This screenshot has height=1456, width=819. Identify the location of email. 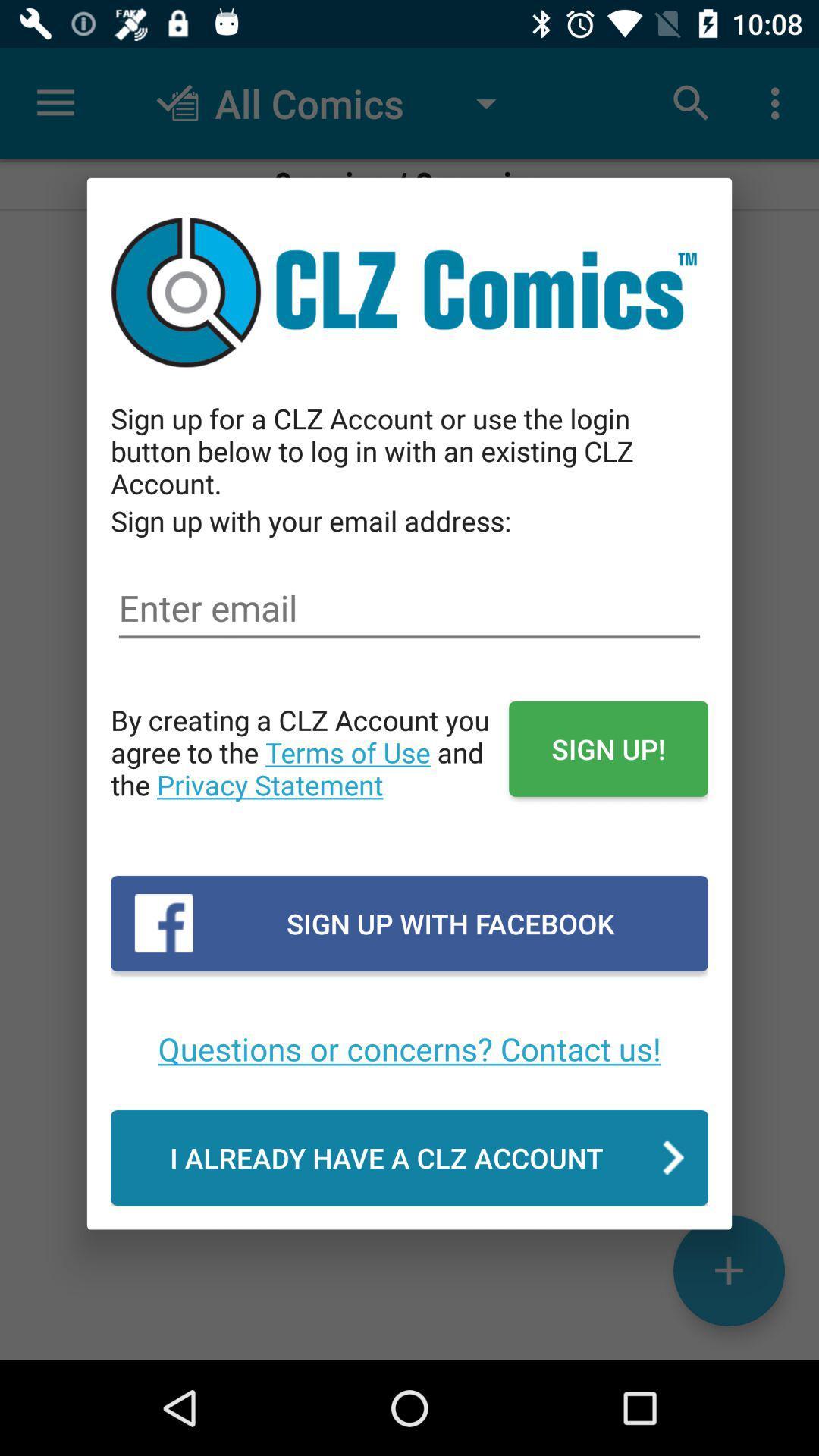
(409, 608).